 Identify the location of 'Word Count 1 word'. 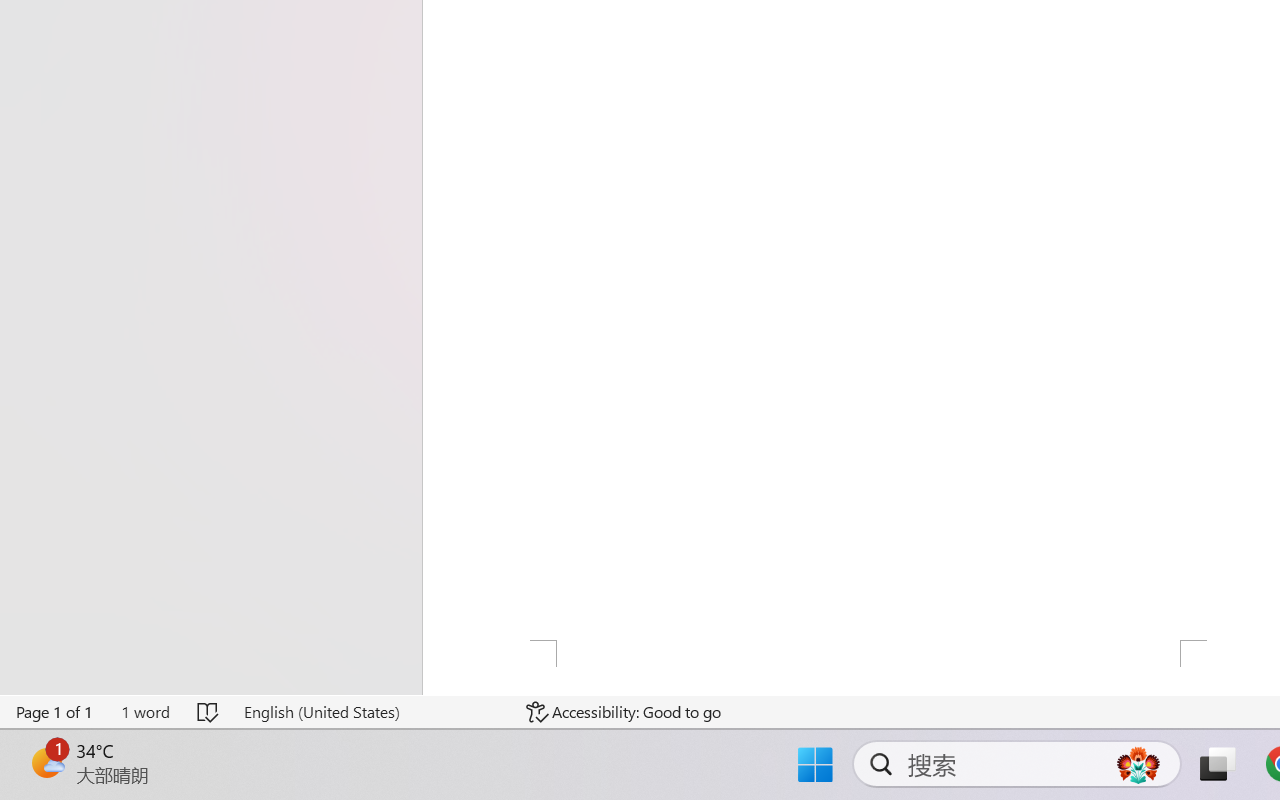
(144, 711).